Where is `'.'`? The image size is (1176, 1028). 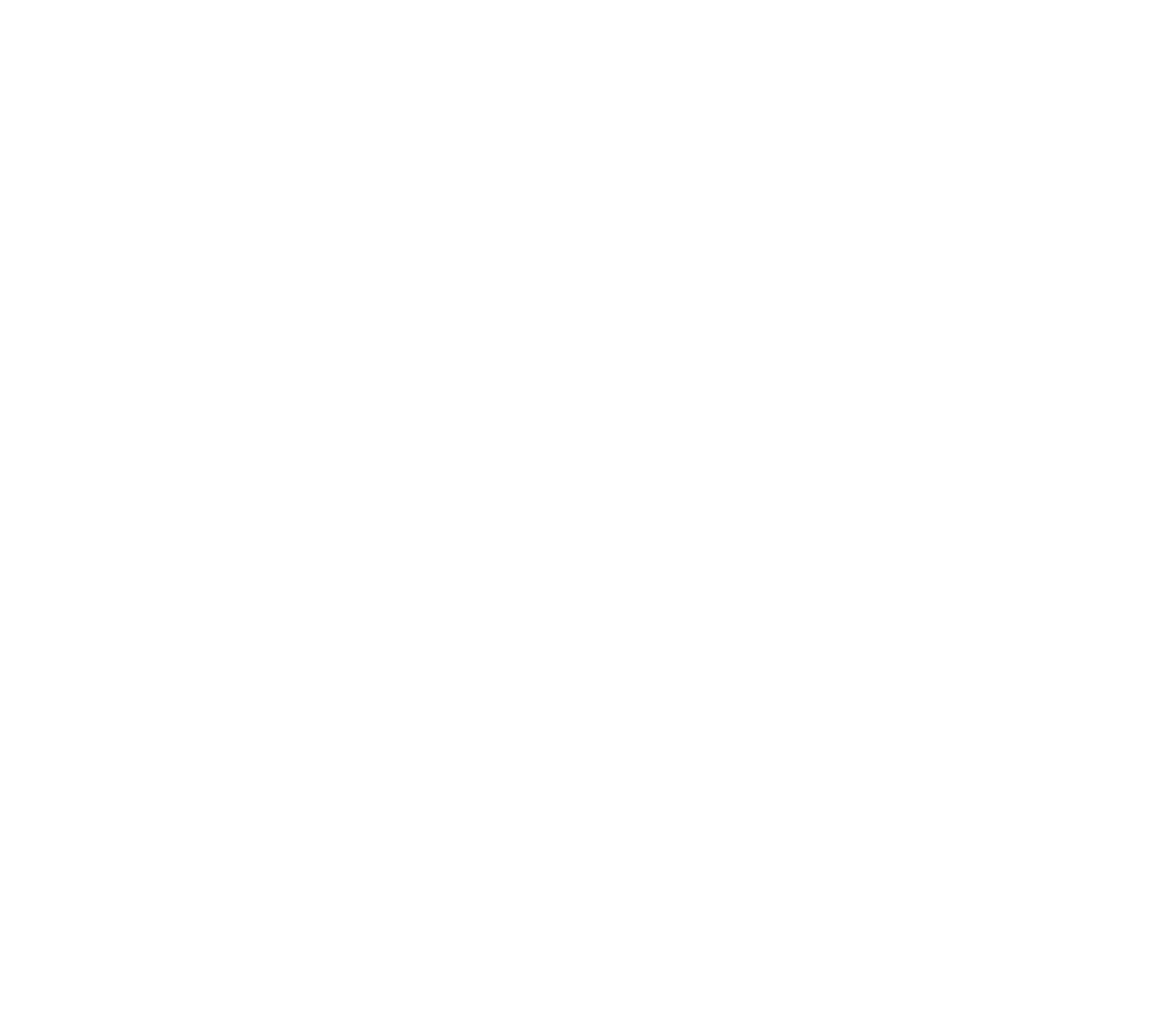 '.' is located at coordinates (702, 503).